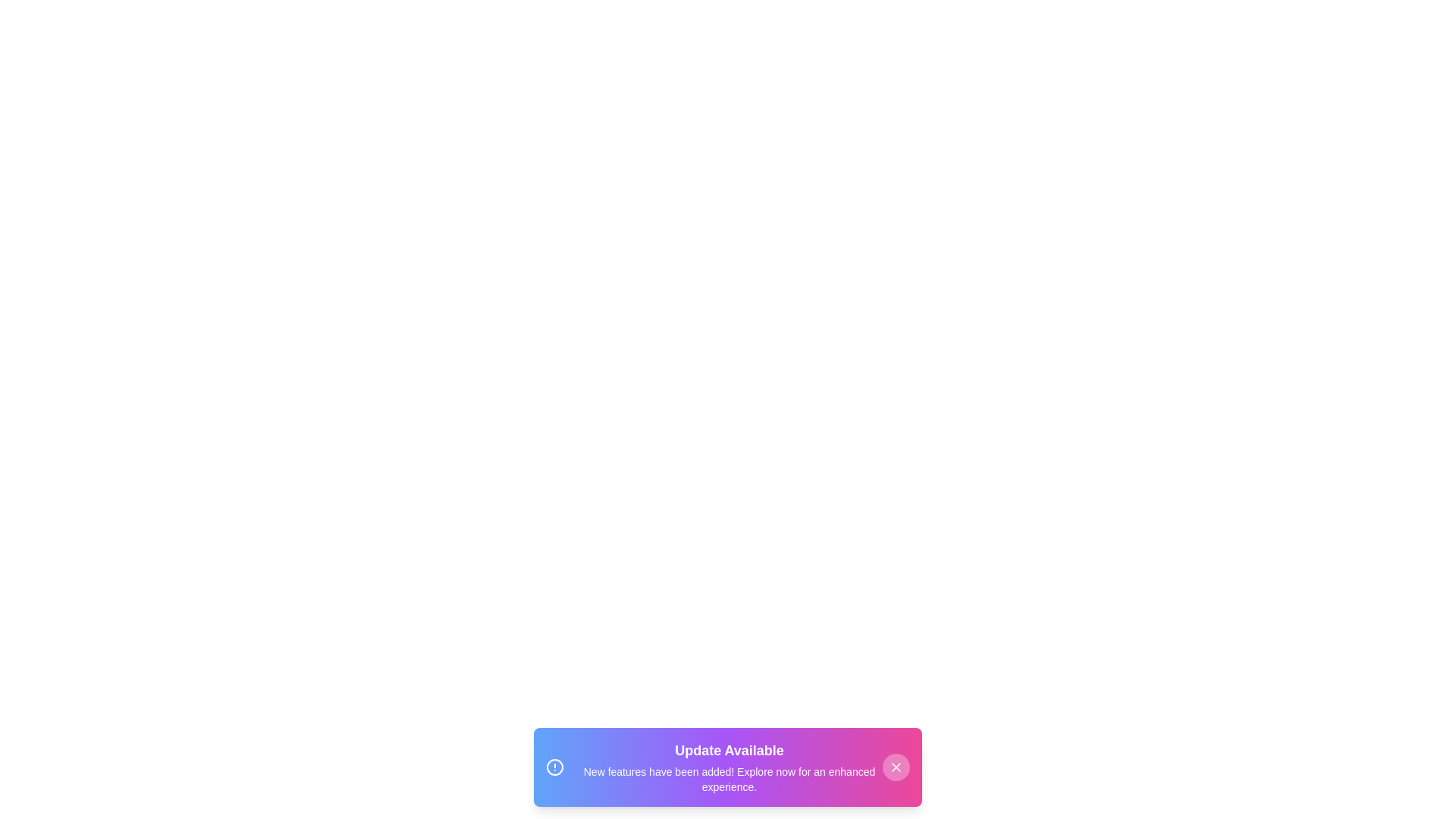 This screenshot has width=1456, height=819. Describe the element at coordinates (896, 767) in the screenshot. I see `the close button of the snackbar to dismiss it` at that location.